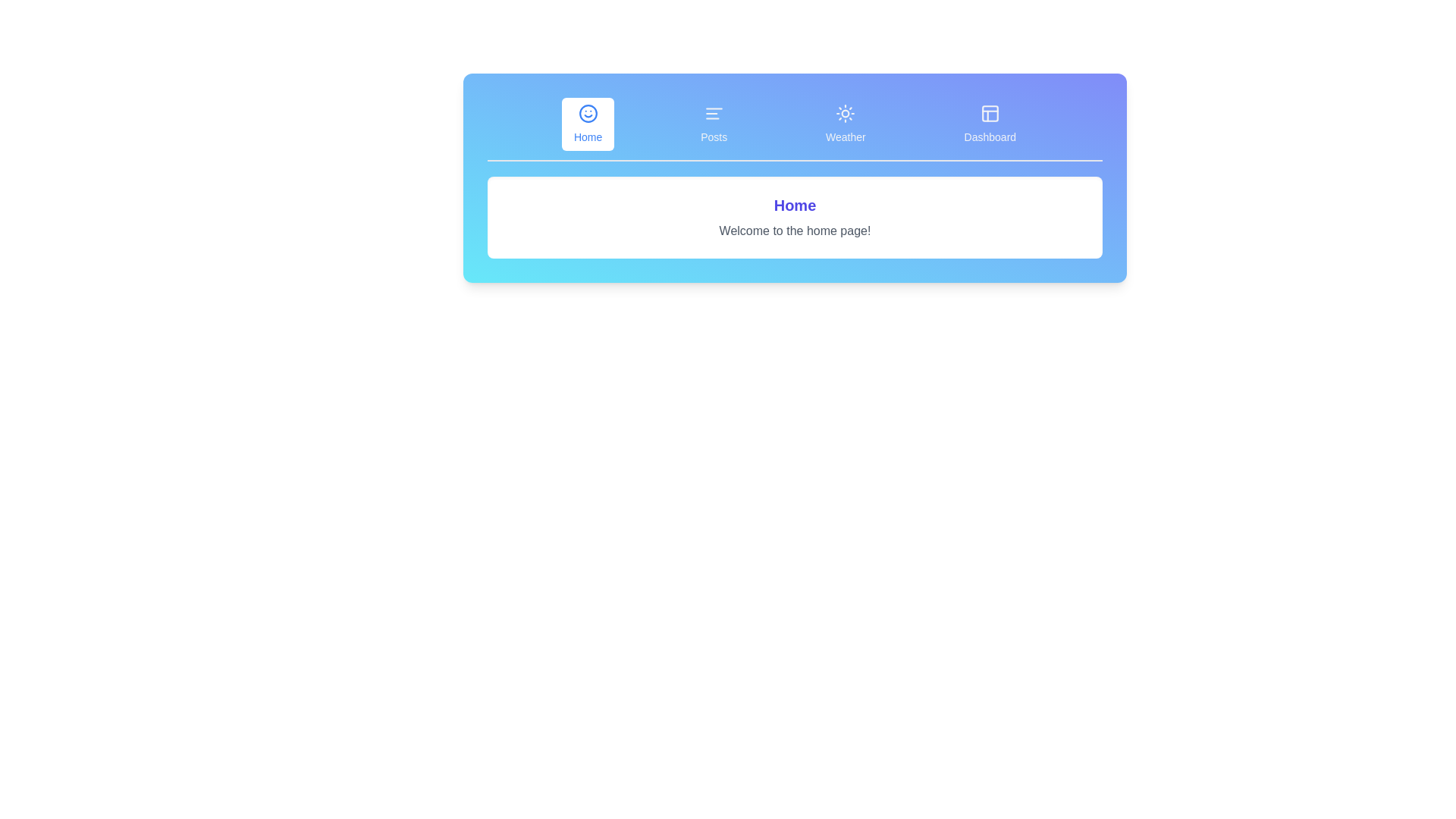 The width and height of the screenshot is (1456, 819). I want to click on the tab labeled Posts, so click(713, 124).